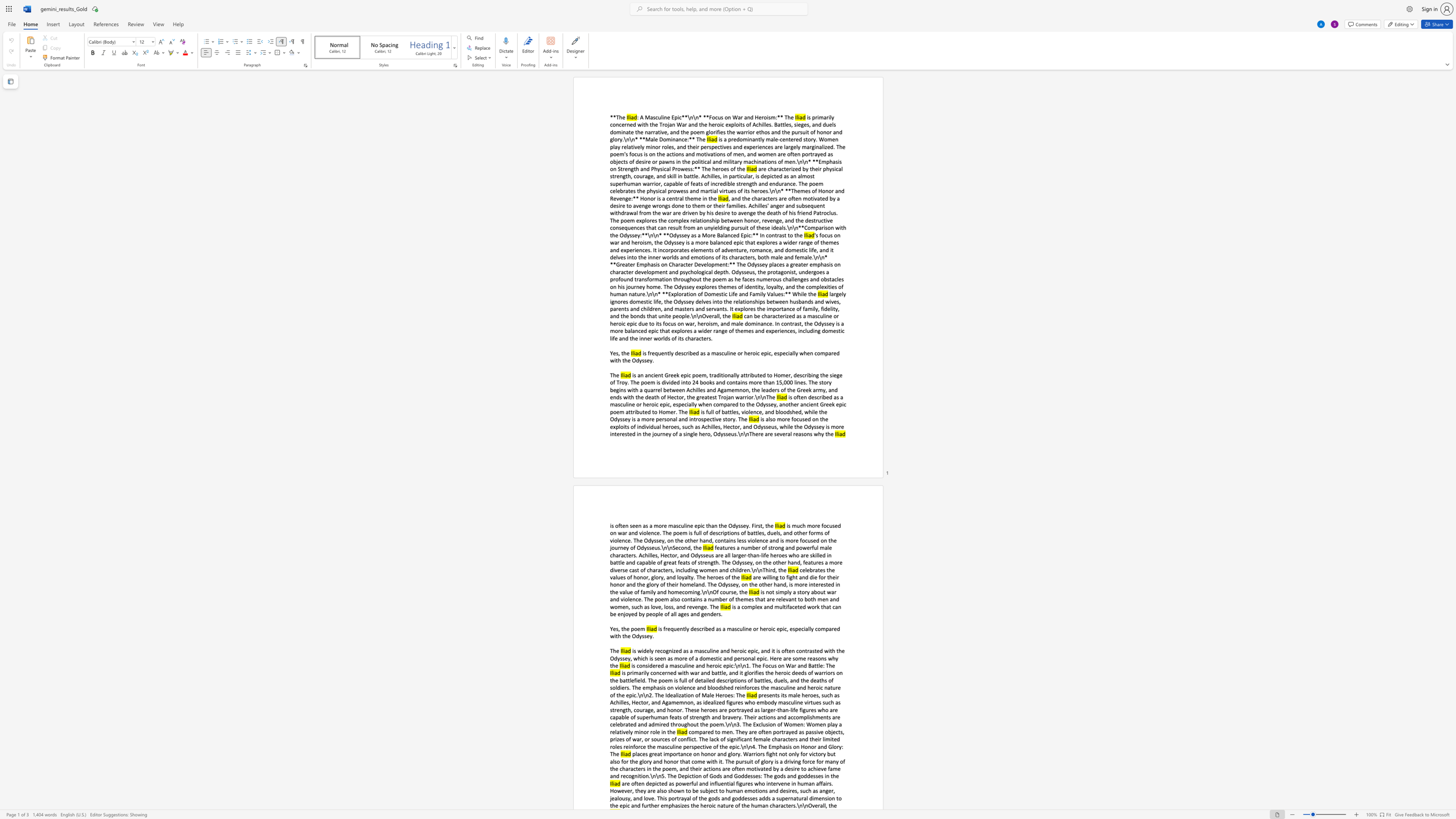 The height and width of the screenshot is (819, 1456). What do you see at coordinates (828, 124) in the screenshot?
I see `the subset text "els dominate the narrative, and the poem glorifies the warrior ethos and t" within the text "is primarily concerned with the Trojan War and the heroic exploits of Achilles. Battles, sieges, and duels dominate the narrative, and the poem glorifies the warrior ethos and the pursuit of honor and glory.\n\n* **Male Dominance:** The"` at bounding box center [828, 124].